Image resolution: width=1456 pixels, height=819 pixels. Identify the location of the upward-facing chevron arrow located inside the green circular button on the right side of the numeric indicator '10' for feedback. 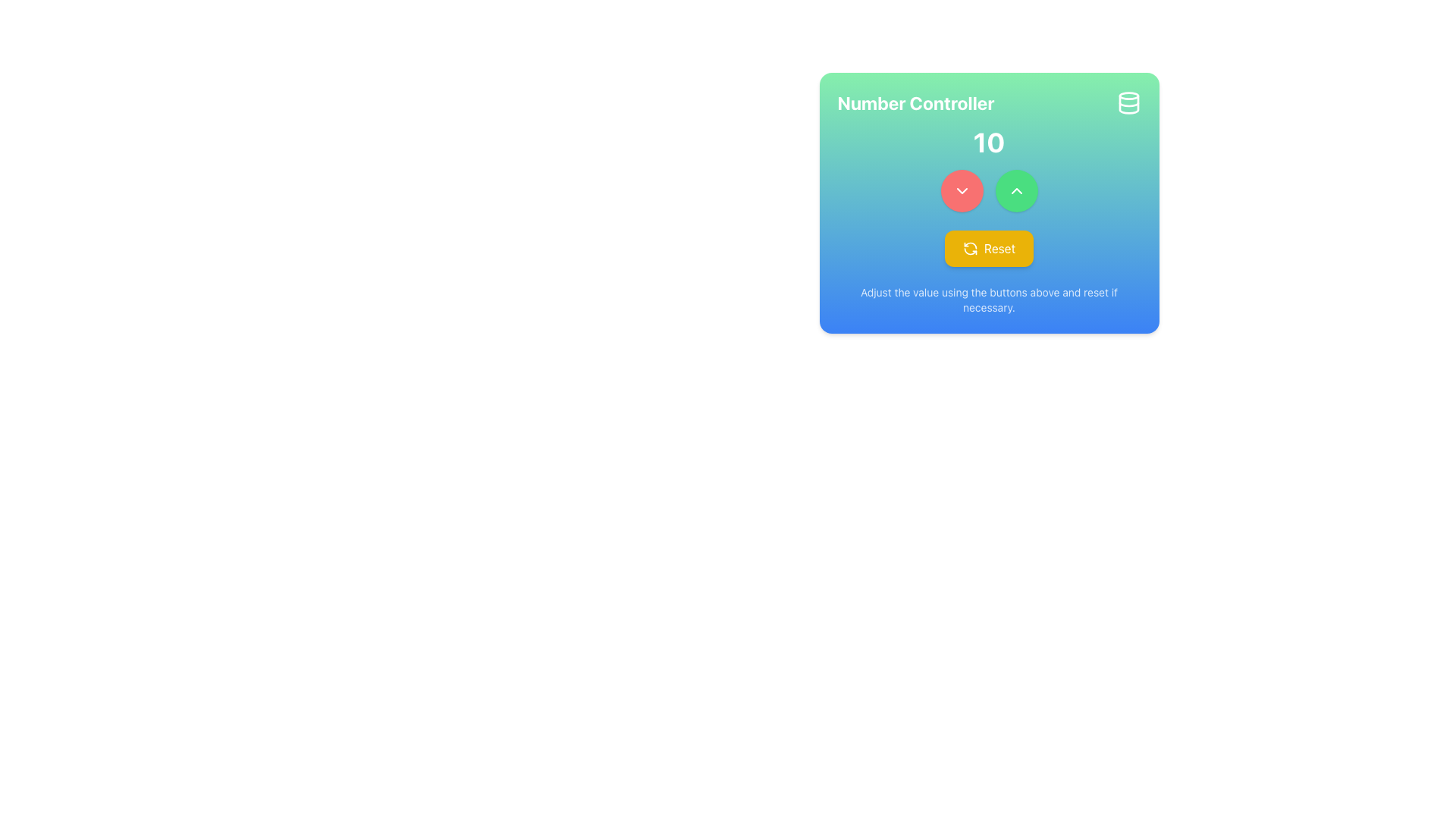
(1016, 190).